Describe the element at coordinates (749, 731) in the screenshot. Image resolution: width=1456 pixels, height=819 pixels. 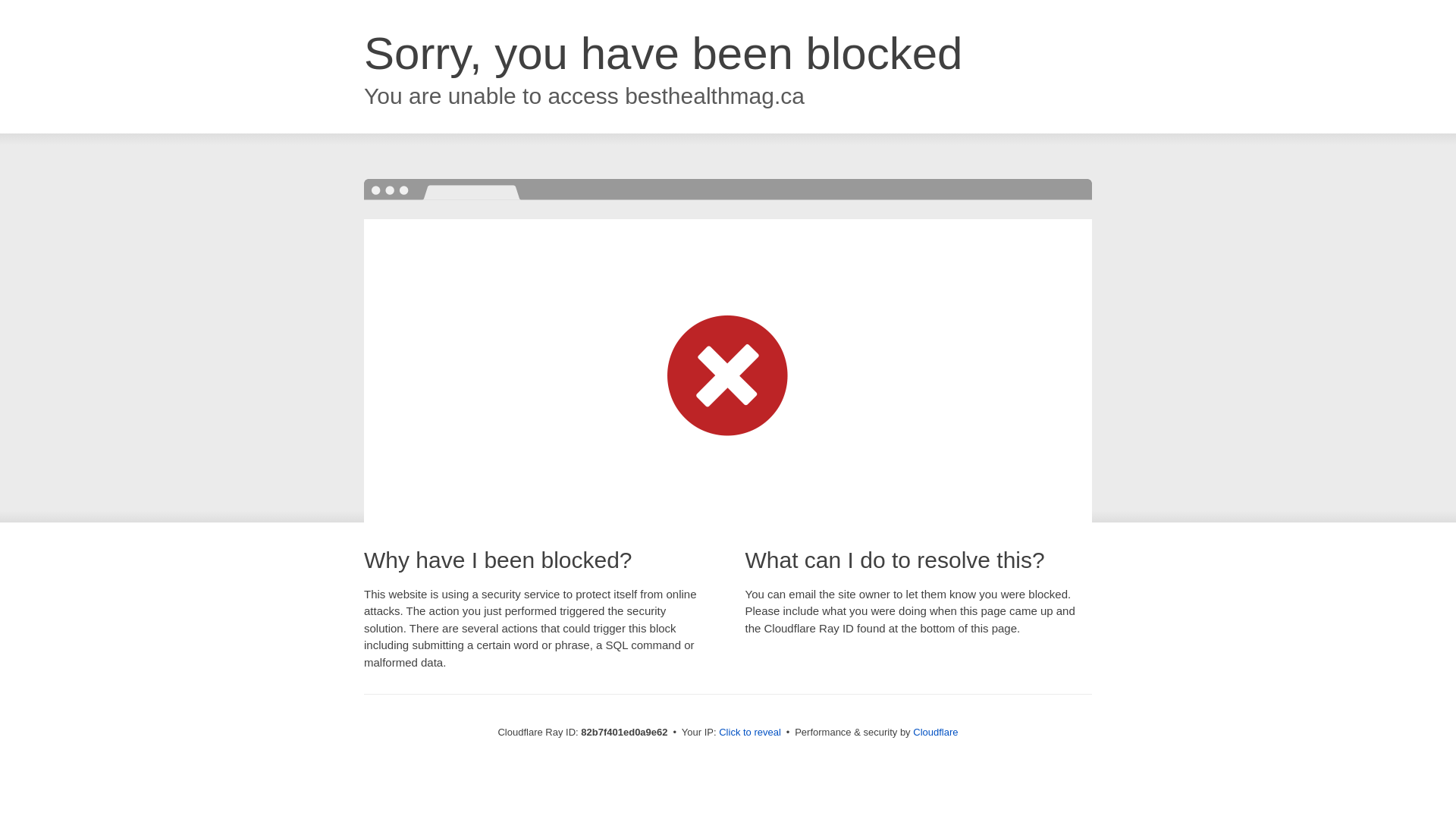
I see `'Click to reveal'` at that location.